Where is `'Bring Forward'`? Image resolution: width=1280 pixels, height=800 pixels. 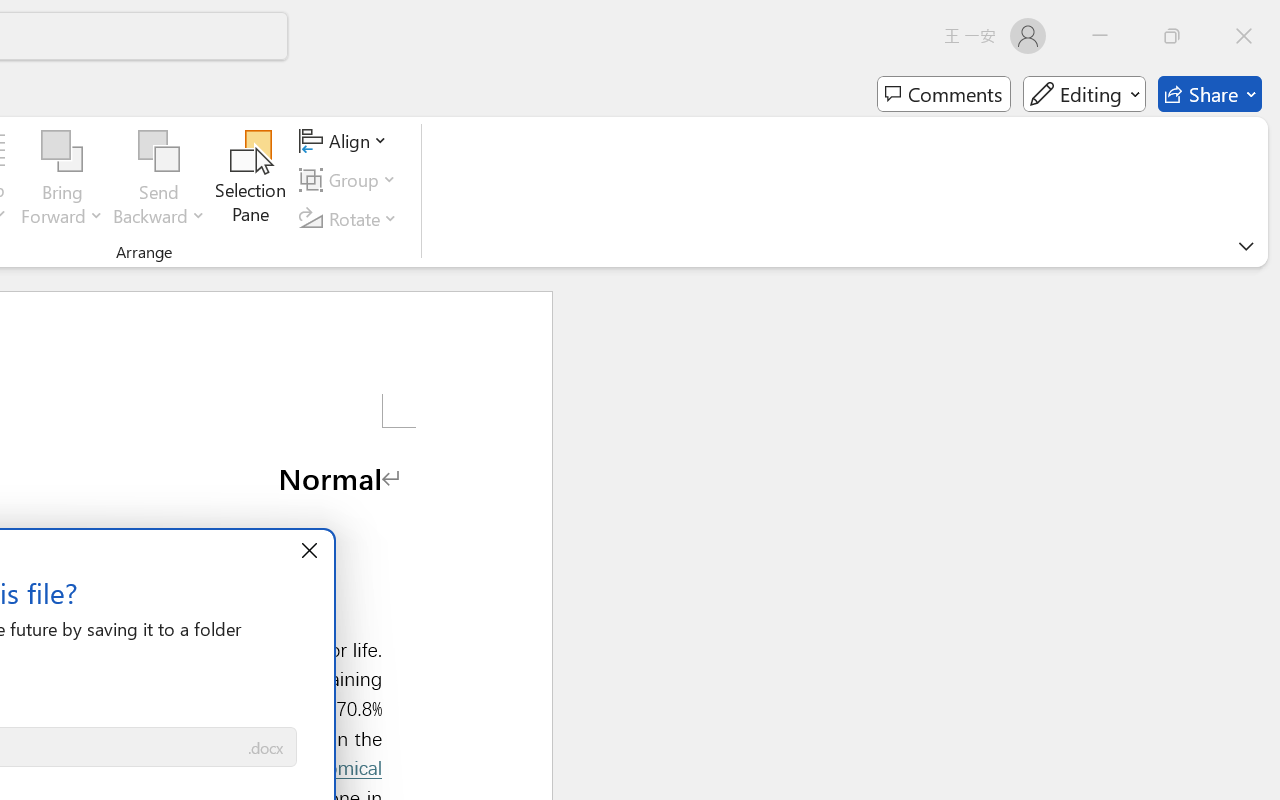 'Bring Forward' is located at coordinates (62, 179).